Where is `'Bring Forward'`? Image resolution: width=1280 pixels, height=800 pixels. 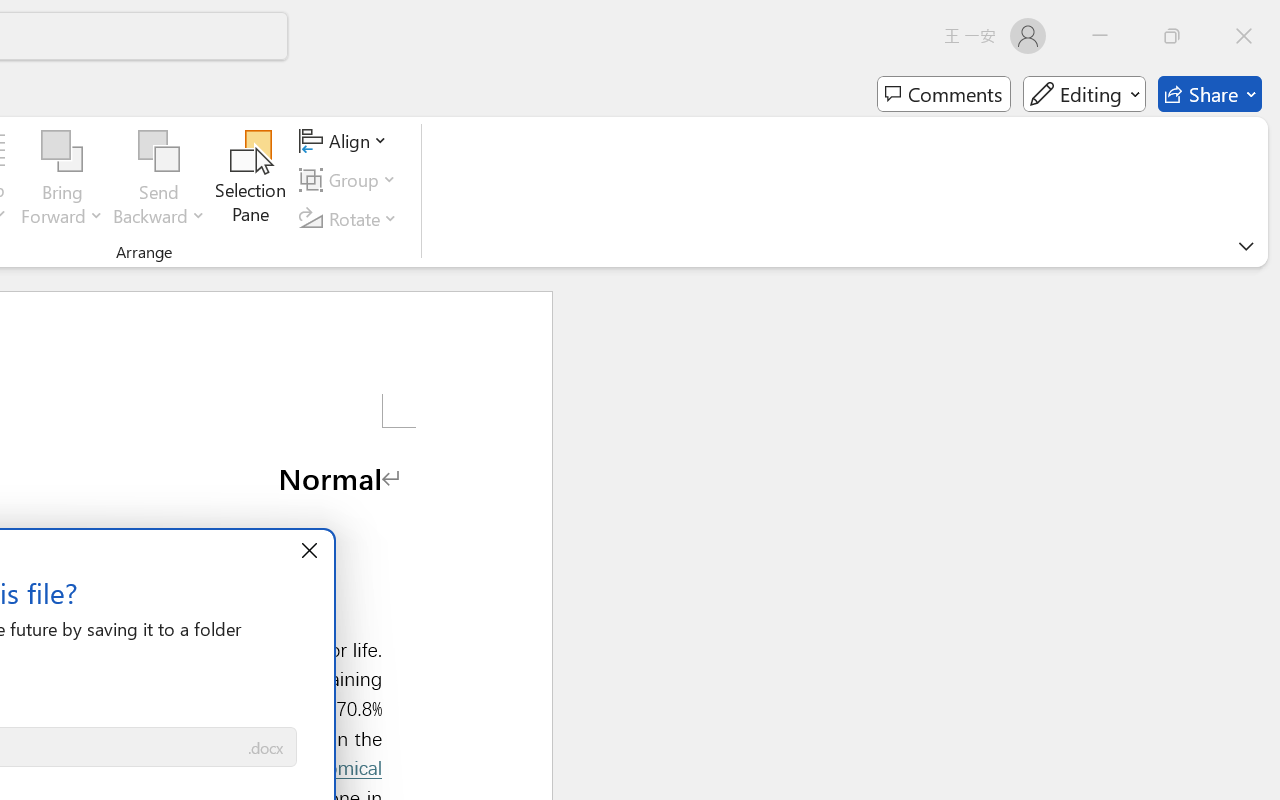 'Bring Forward' is located at coordinates (62, 179).